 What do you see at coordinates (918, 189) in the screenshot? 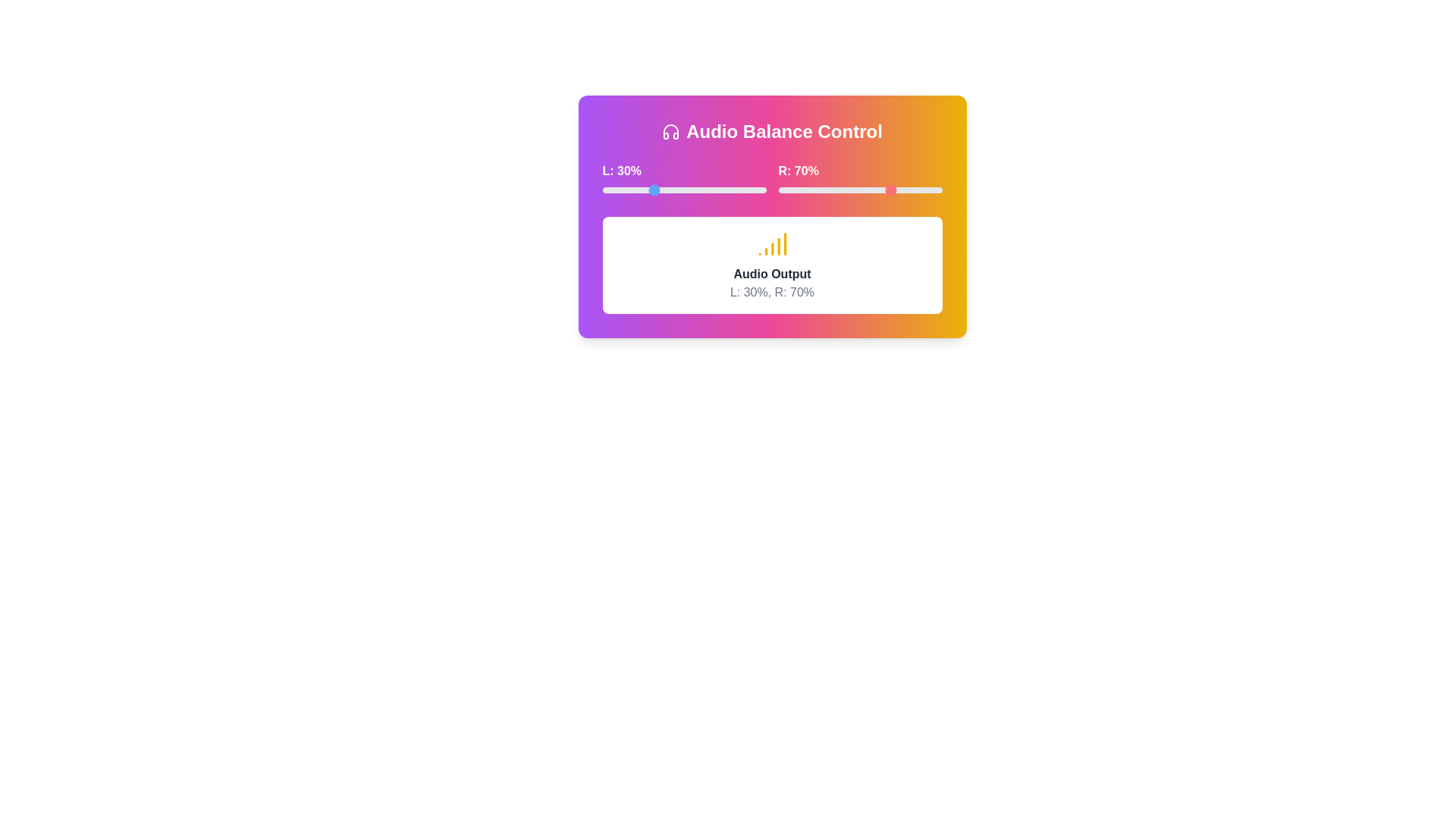
I see `the right volume slider to 86%` at bounding box center [918, 189].